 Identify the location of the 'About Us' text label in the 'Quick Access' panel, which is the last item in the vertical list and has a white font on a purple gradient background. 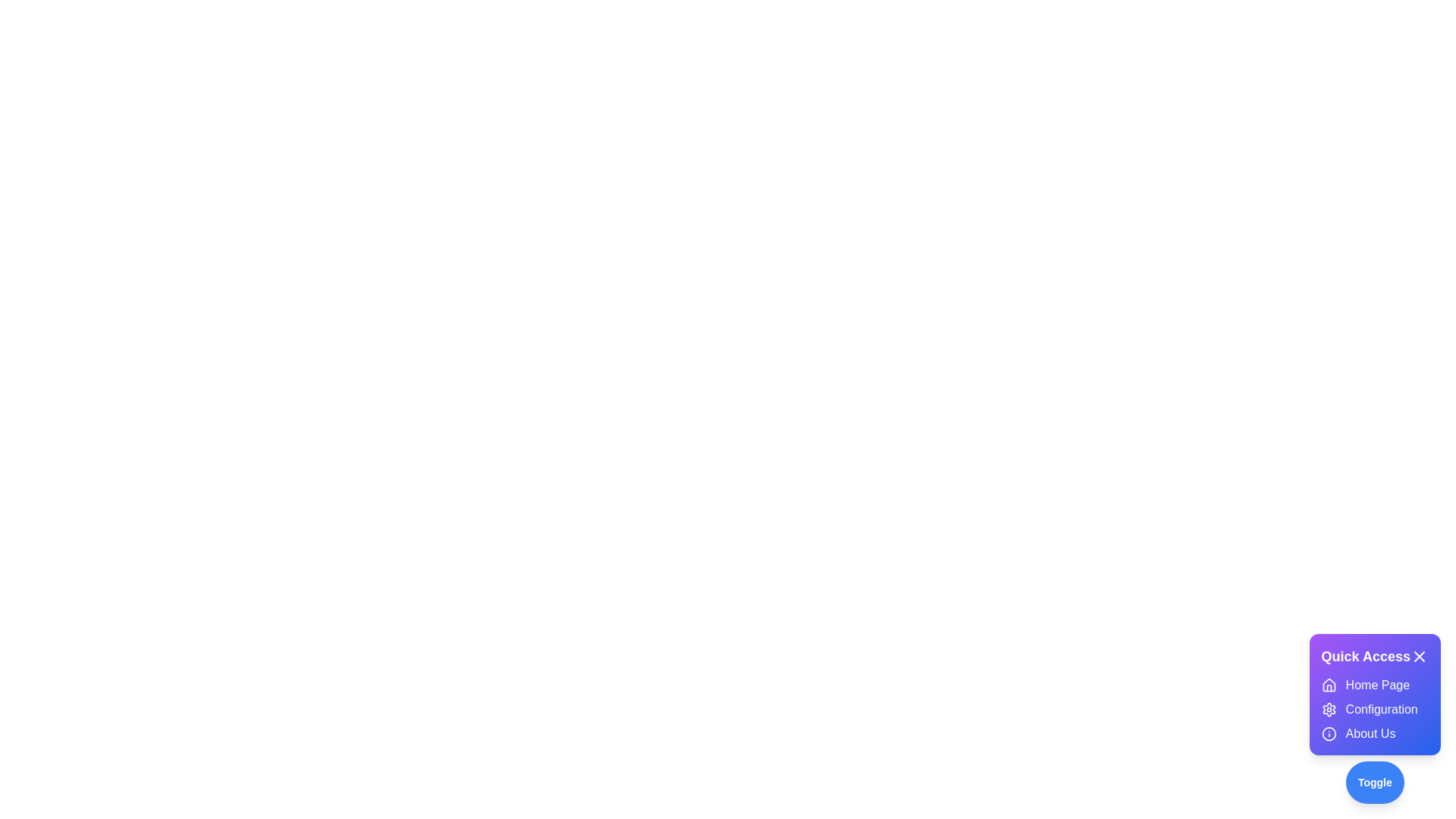
(1370, 733).